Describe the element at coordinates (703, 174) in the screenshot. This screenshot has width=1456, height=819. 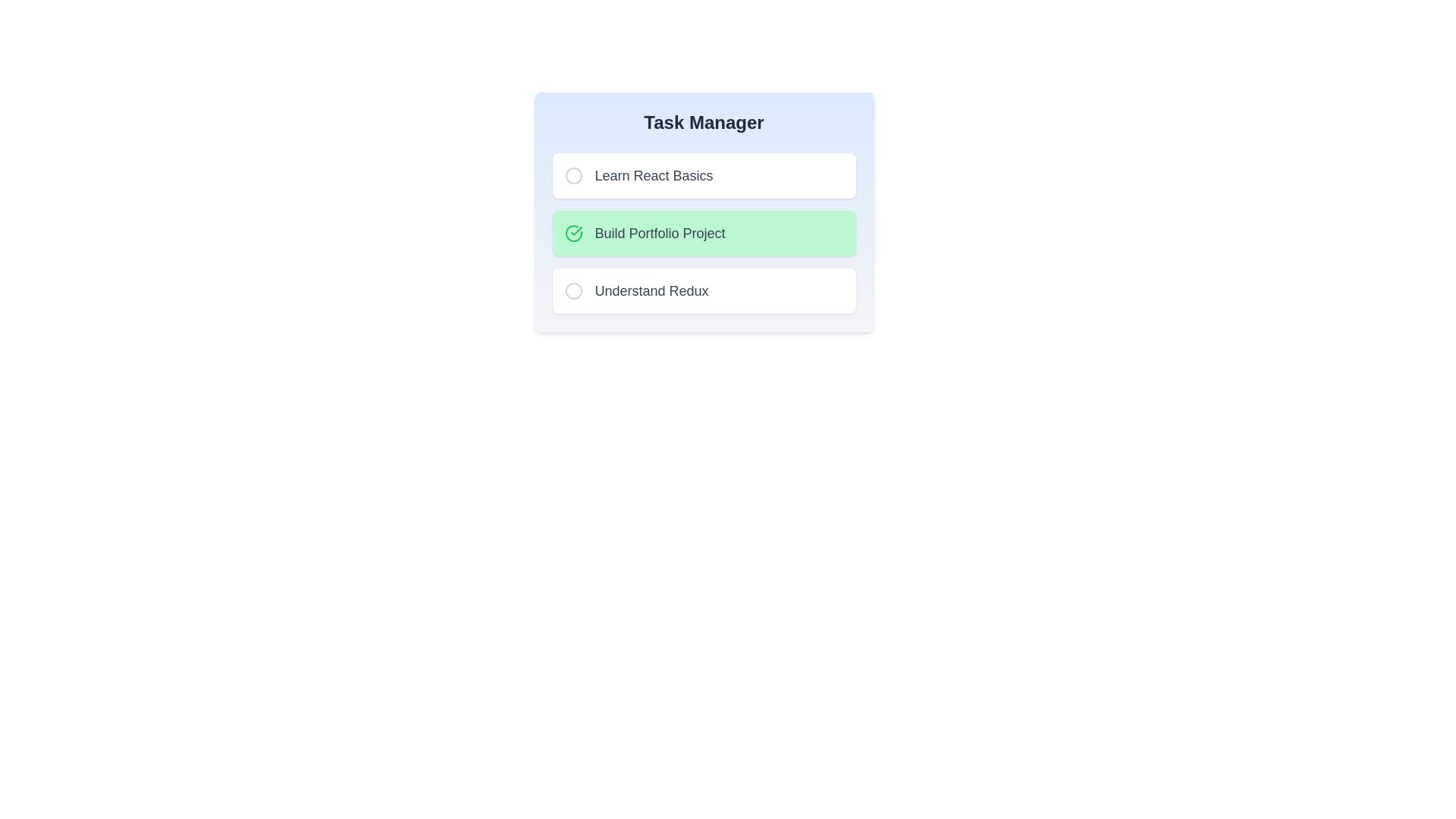
I see `the task named Learn React Basics to toggle its completion status` at that location.